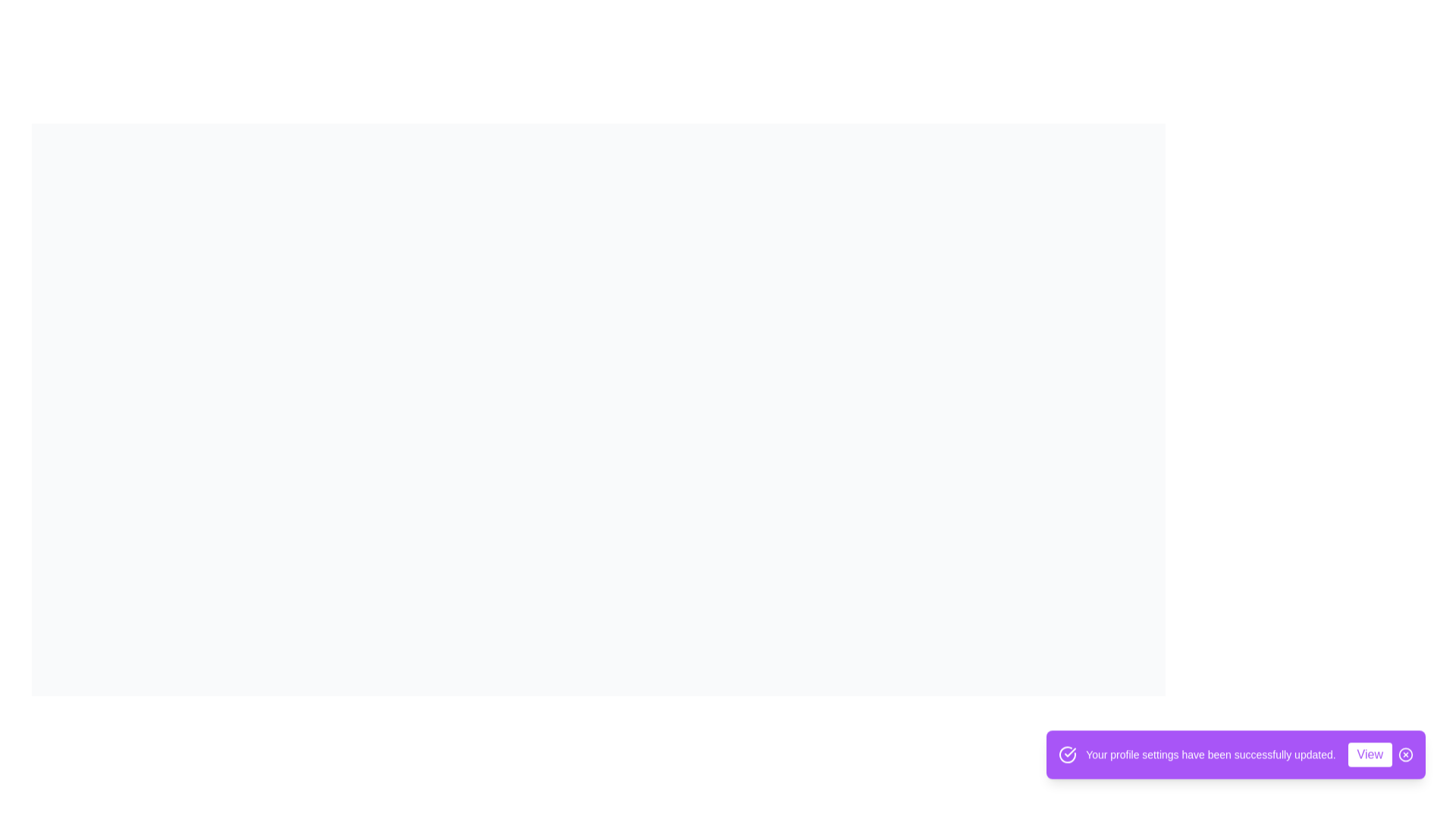 The height and width of the screenshot is (819, 1456). What do you see at coordinates (1404, 759) in the screenshot?
I see `the 'X' button to dismiss the snackbar` at bounding box center [1404, 759].